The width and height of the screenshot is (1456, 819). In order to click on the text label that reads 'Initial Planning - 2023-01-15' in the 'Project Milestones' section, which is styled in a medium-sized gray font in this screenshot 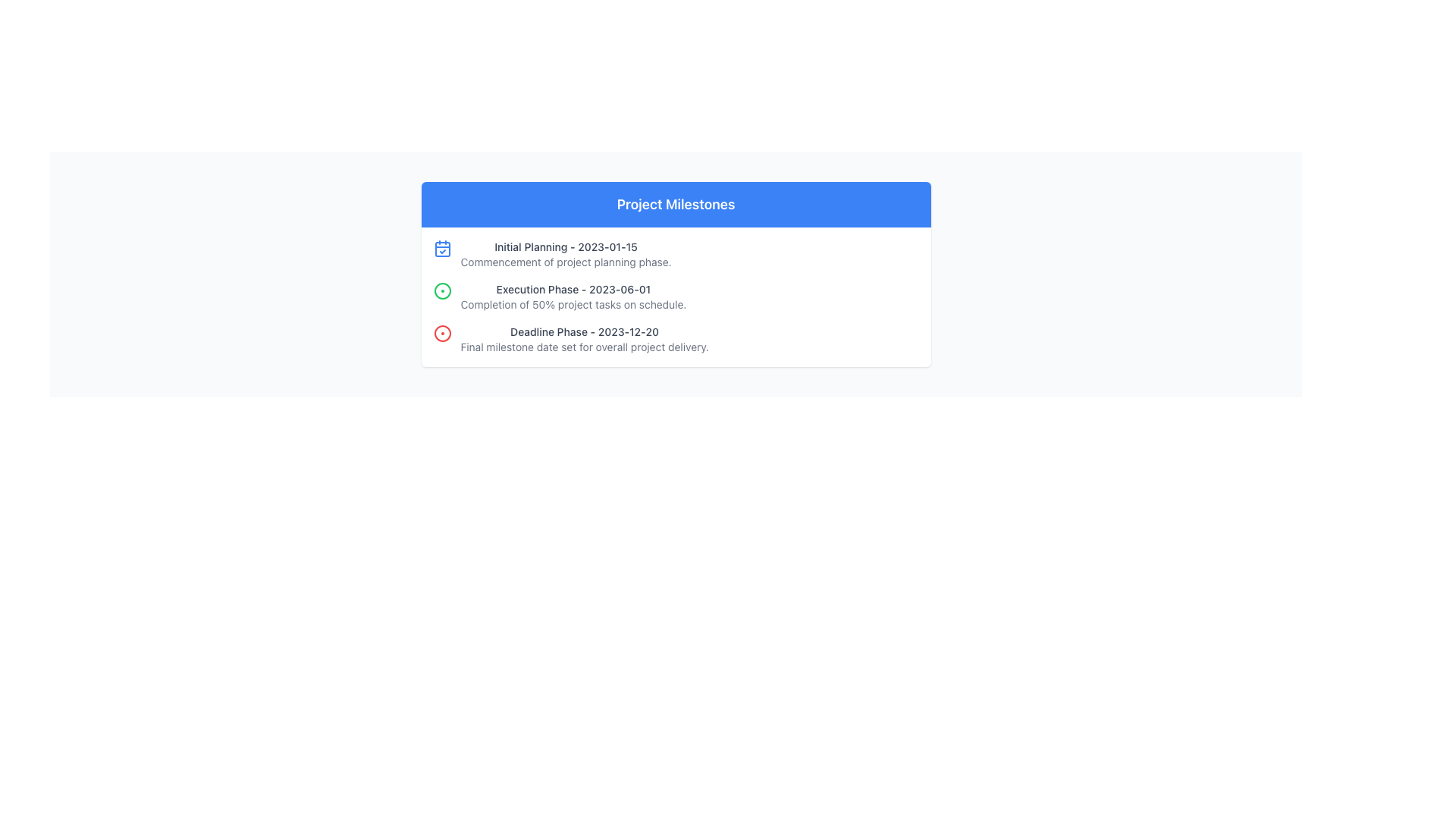, I will do `click(565, 246)`.